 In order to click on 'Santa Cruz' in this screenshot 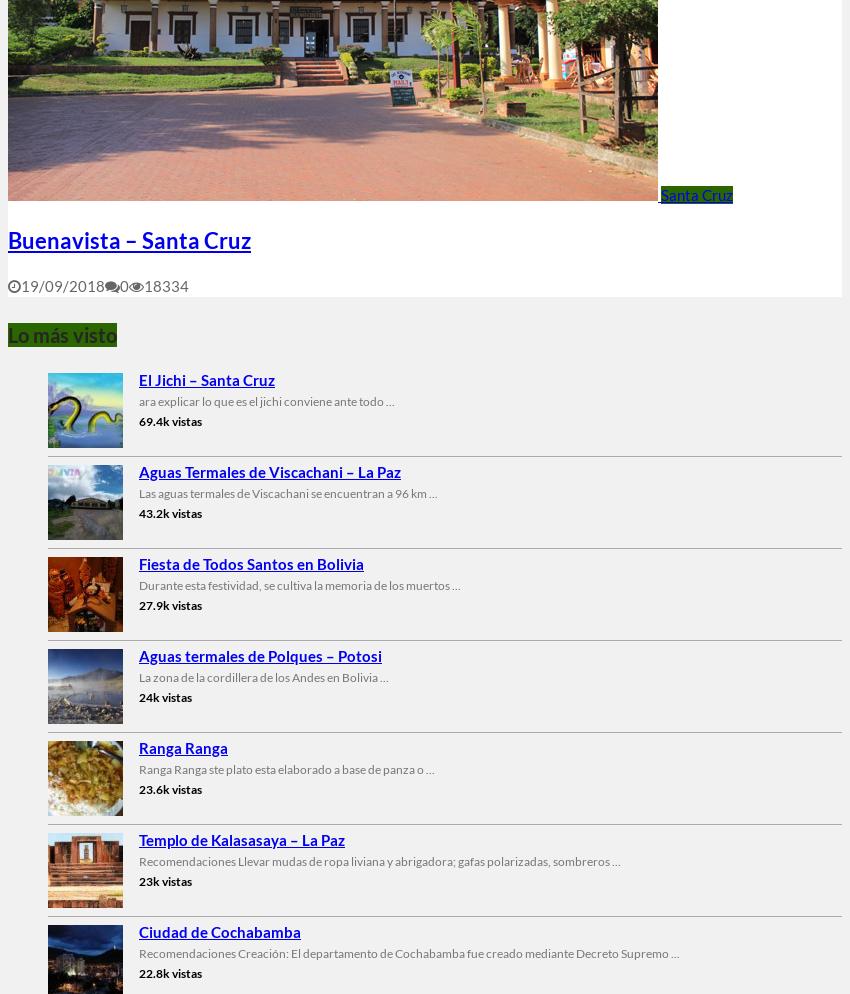, I will do `click(696, 194)`.